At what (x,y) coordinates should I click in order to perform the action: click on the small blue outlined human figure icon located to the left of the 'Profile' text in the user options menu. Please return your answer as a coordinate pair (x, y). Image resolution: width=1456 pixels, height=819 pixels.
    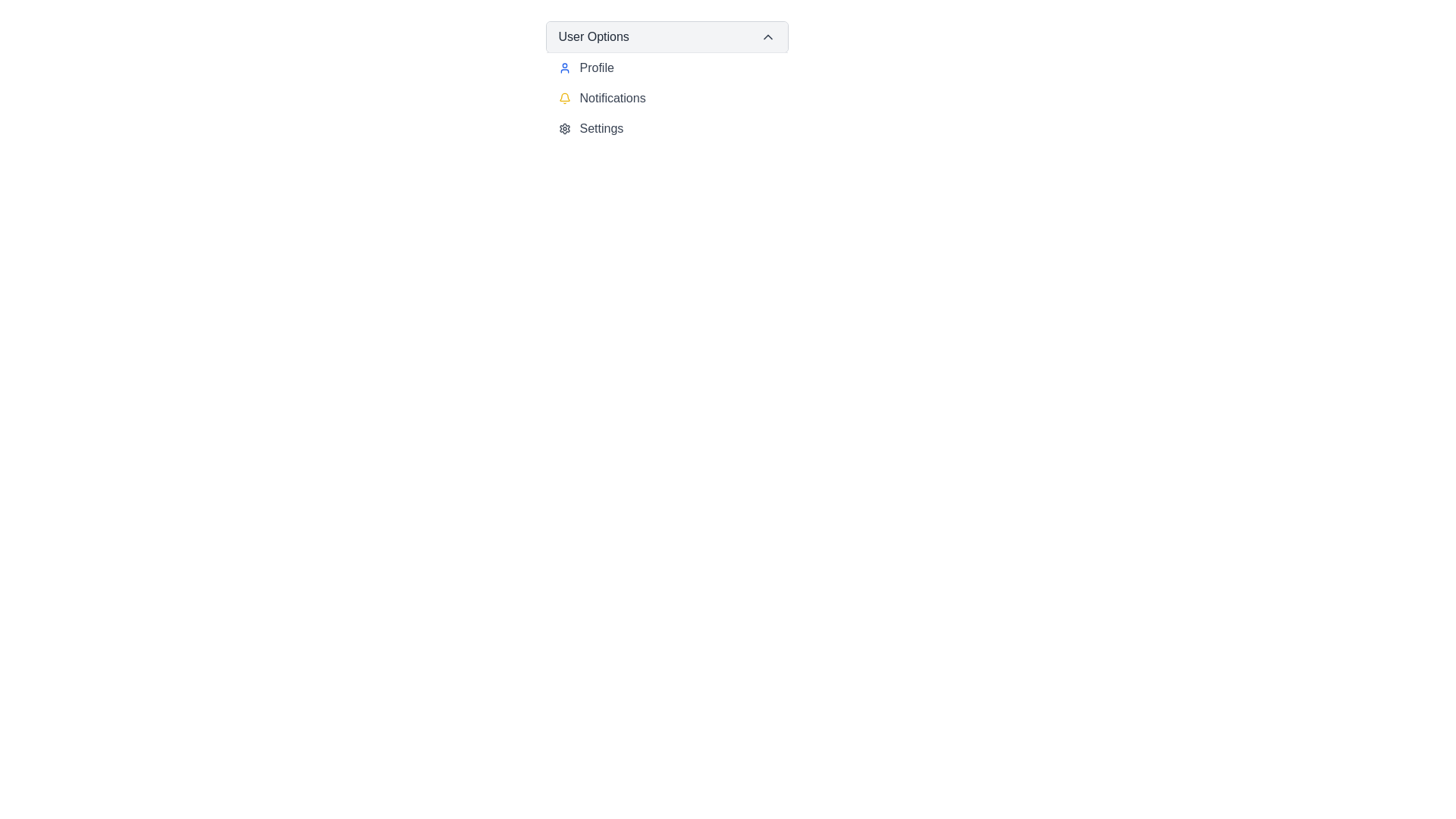
    Looking at the image, I should click on (563, 67).